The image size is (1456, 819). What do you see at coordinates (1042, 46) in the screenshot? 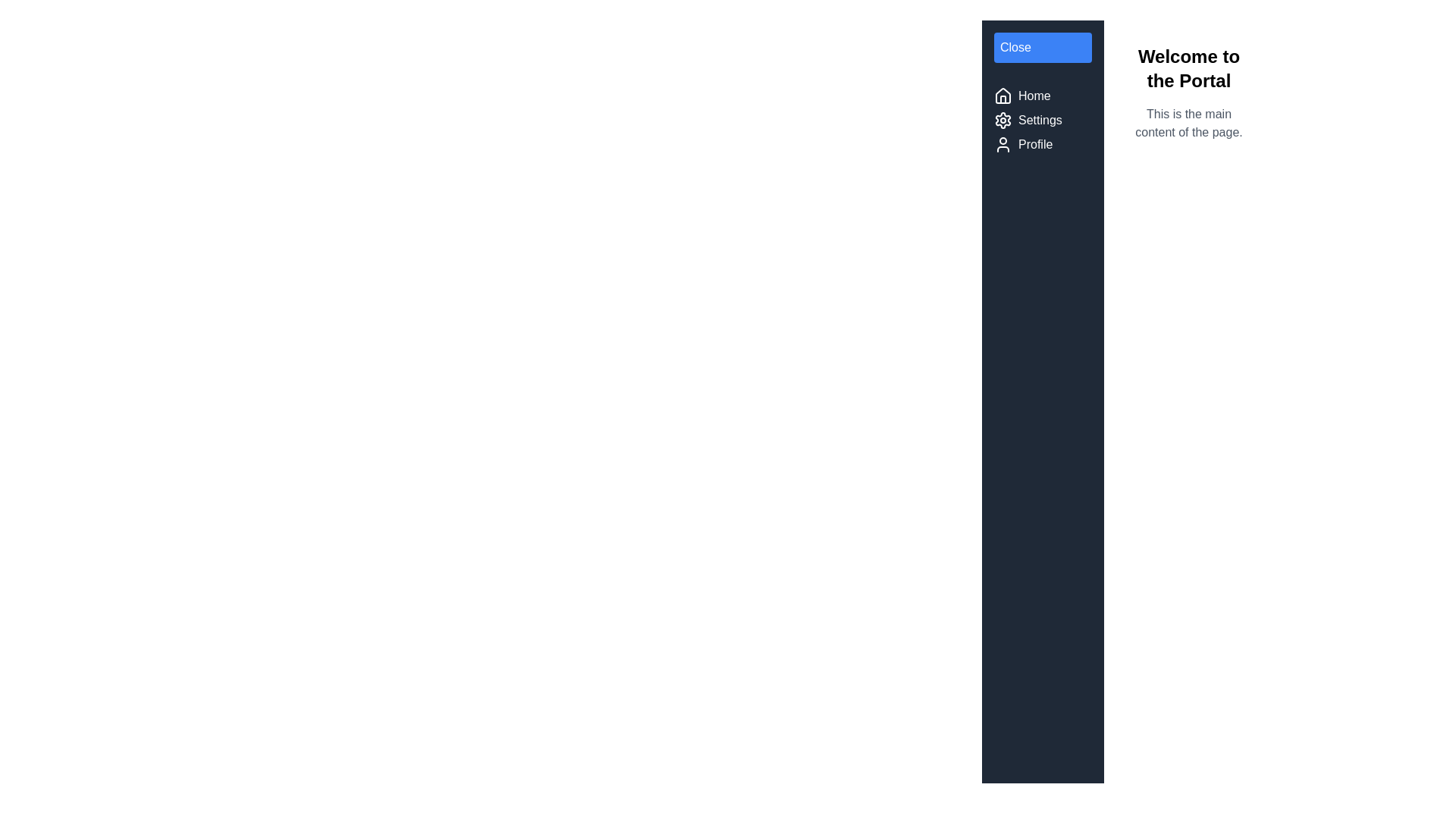
I see `the close button at the top of the sidebar menu` at bounding box center [1042, 46].